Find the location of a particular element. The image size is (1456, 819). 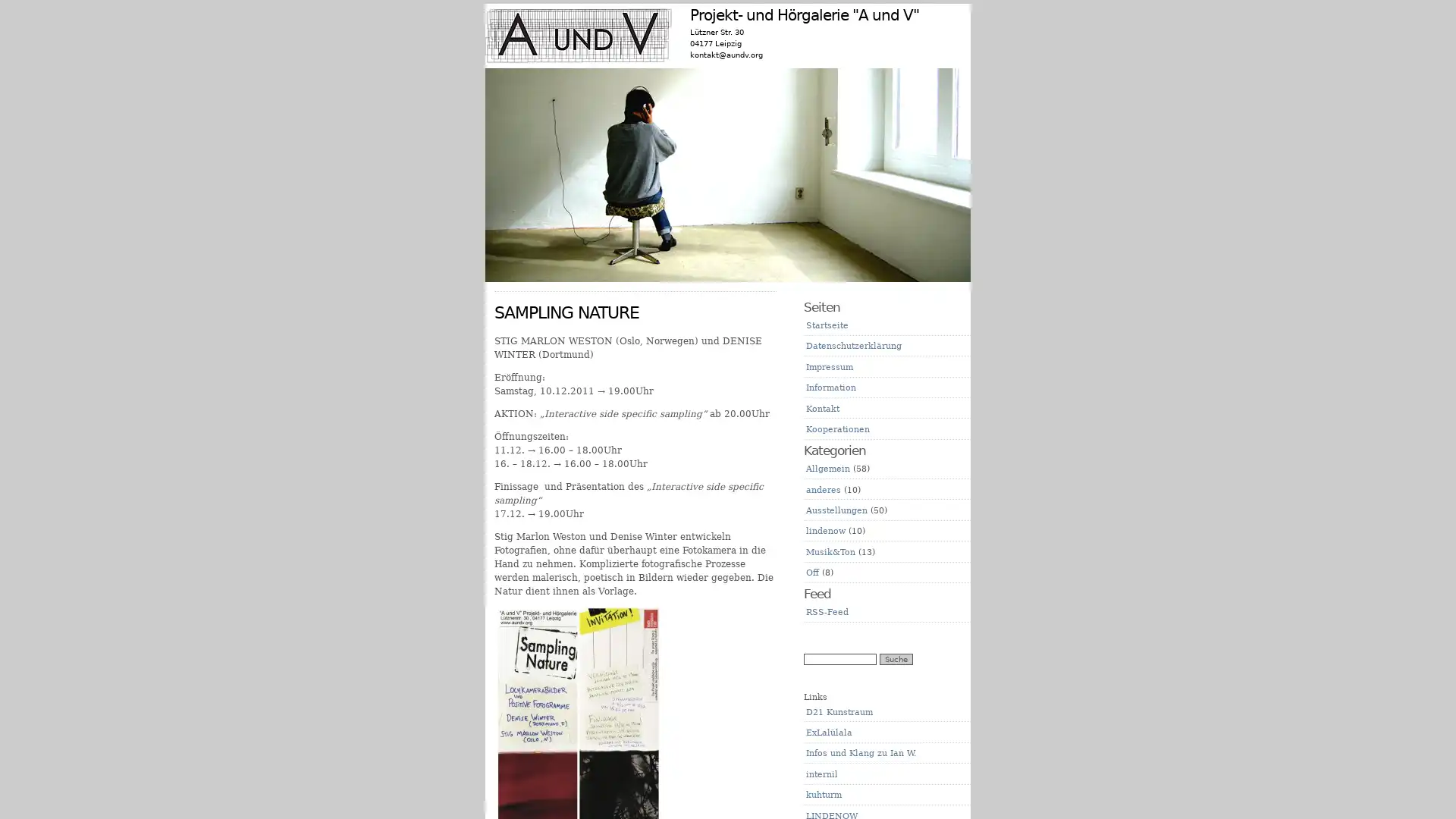

Suche is located at coordinates (896, 658).